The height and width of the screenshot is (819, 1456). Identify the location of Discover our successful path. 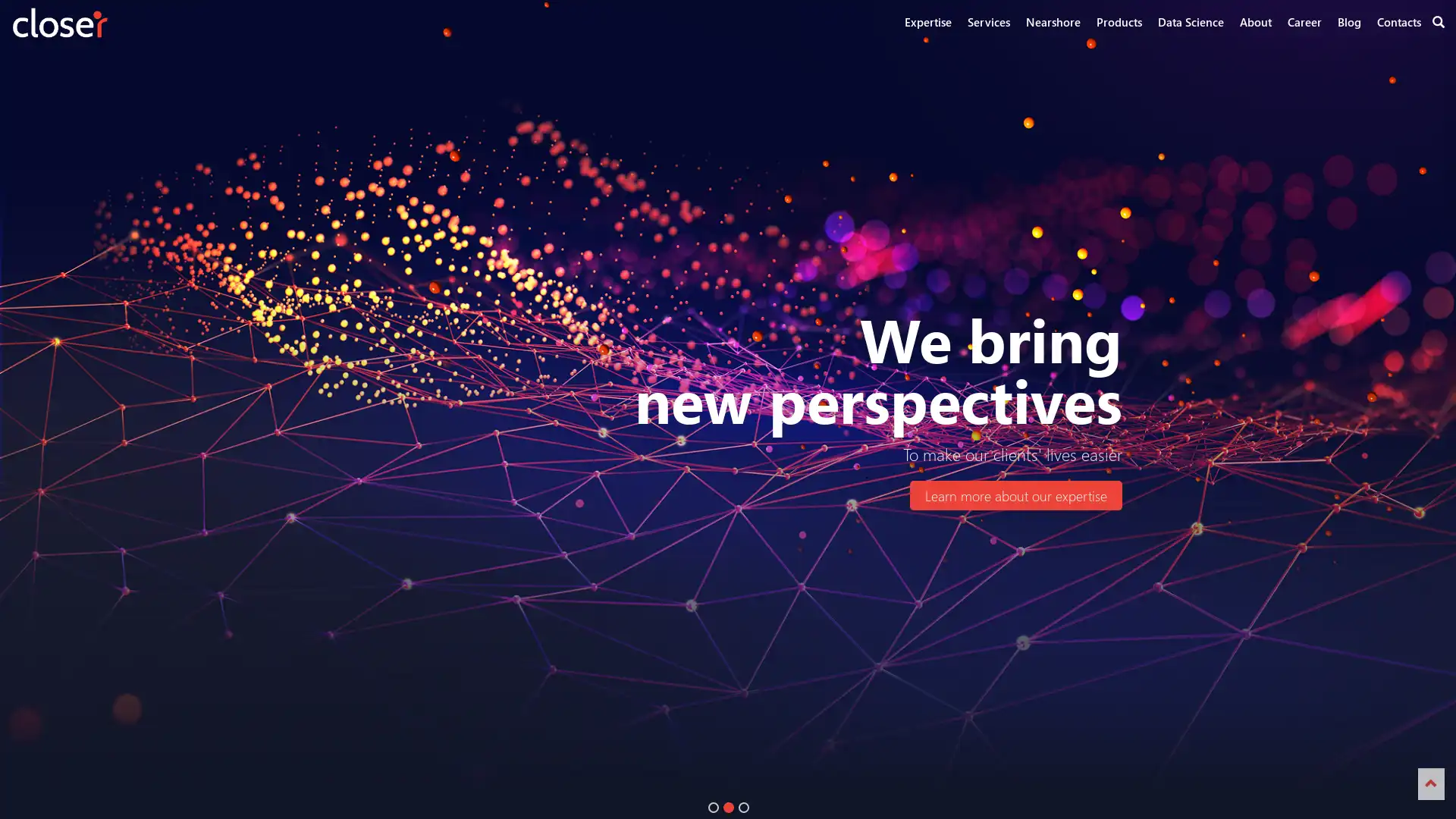
(720, 495).